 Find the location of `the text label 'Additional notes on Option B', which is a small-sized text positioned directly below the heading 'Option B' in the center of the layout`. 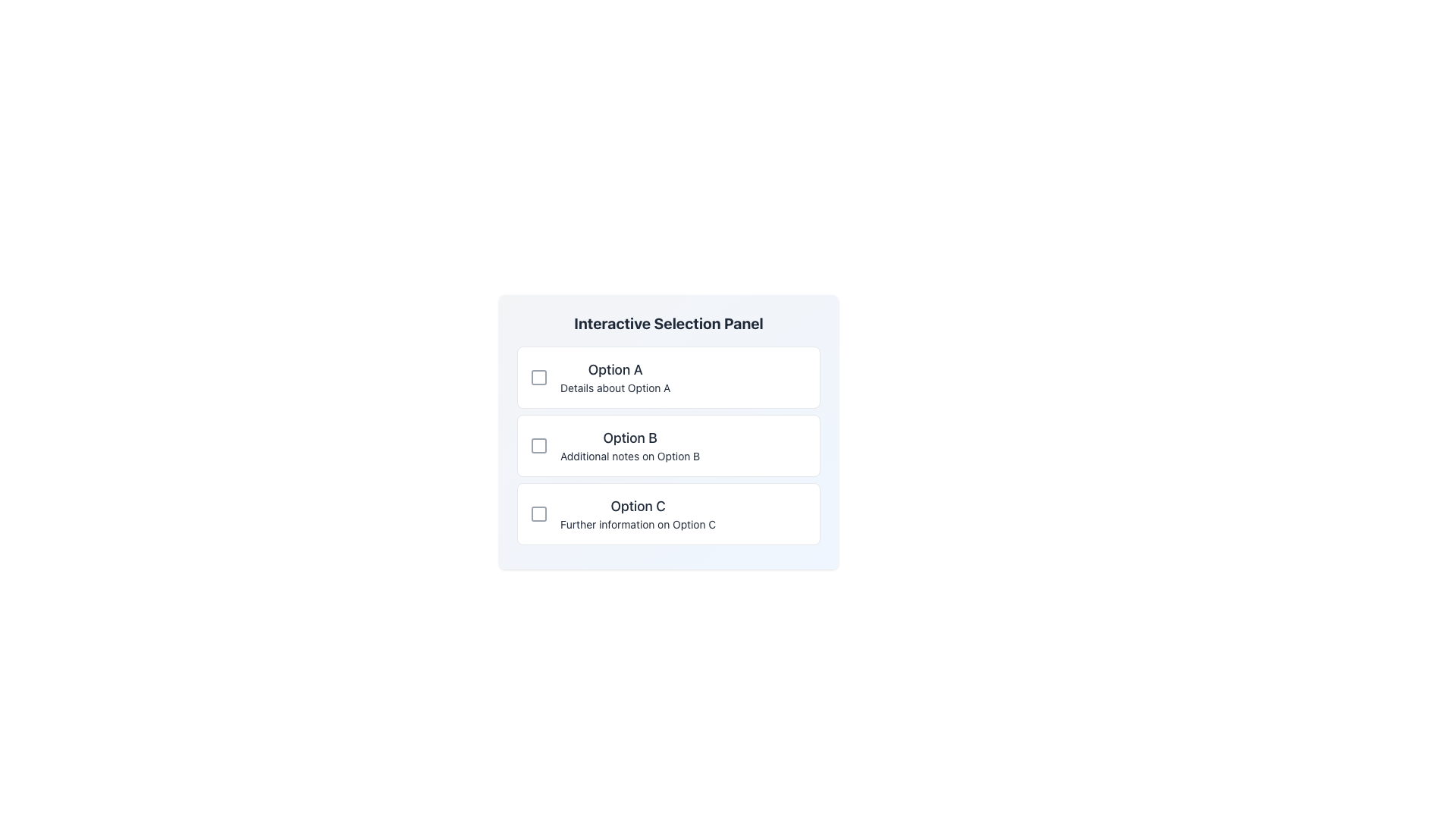

the text label 'Additional notes on Option B', which is a small-sized text positioned directly below the heading 'Option B' in the center of the layout is located at coordinates (630, 455).